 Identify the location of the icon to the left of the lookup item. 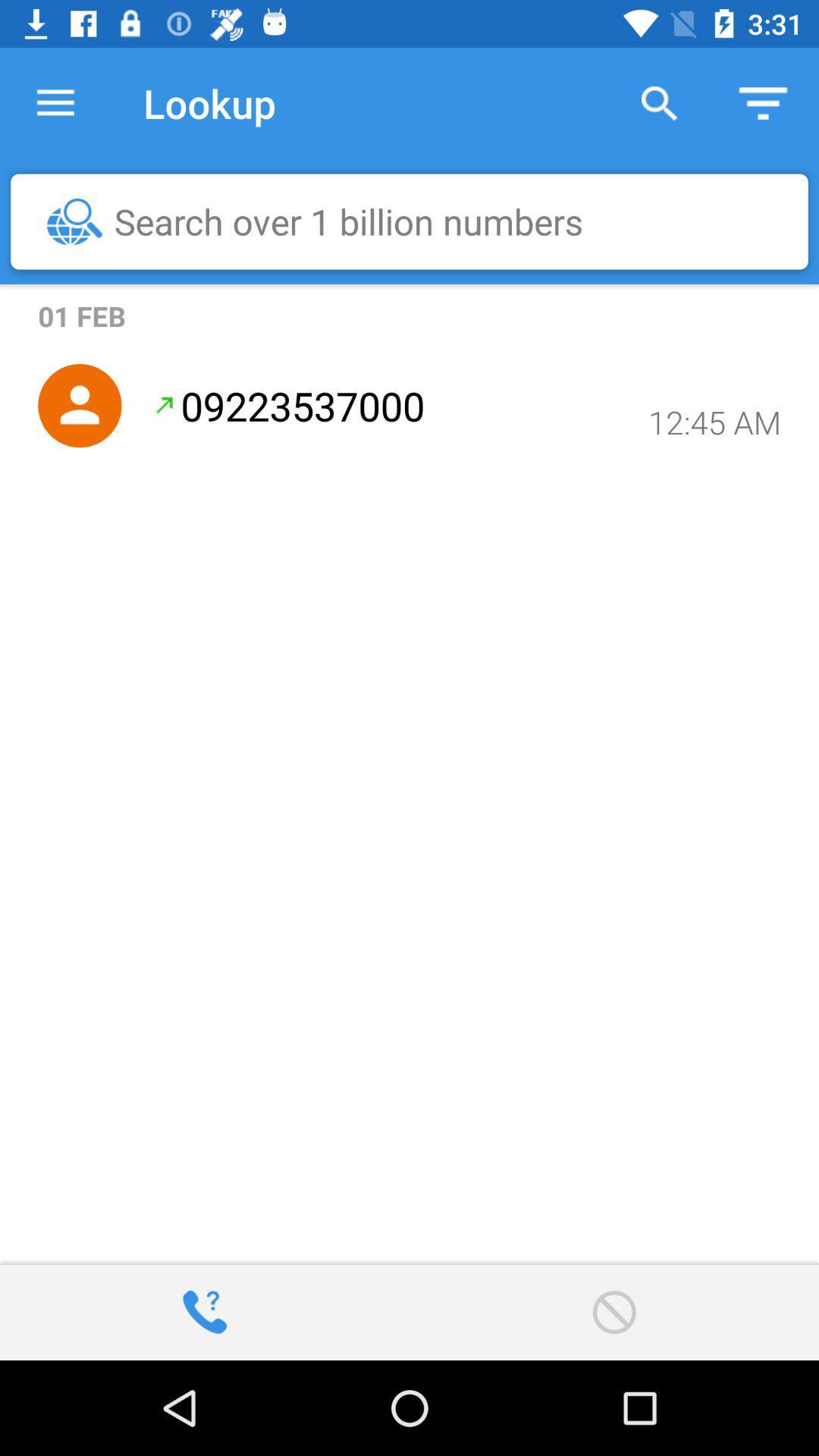
(55, 102).